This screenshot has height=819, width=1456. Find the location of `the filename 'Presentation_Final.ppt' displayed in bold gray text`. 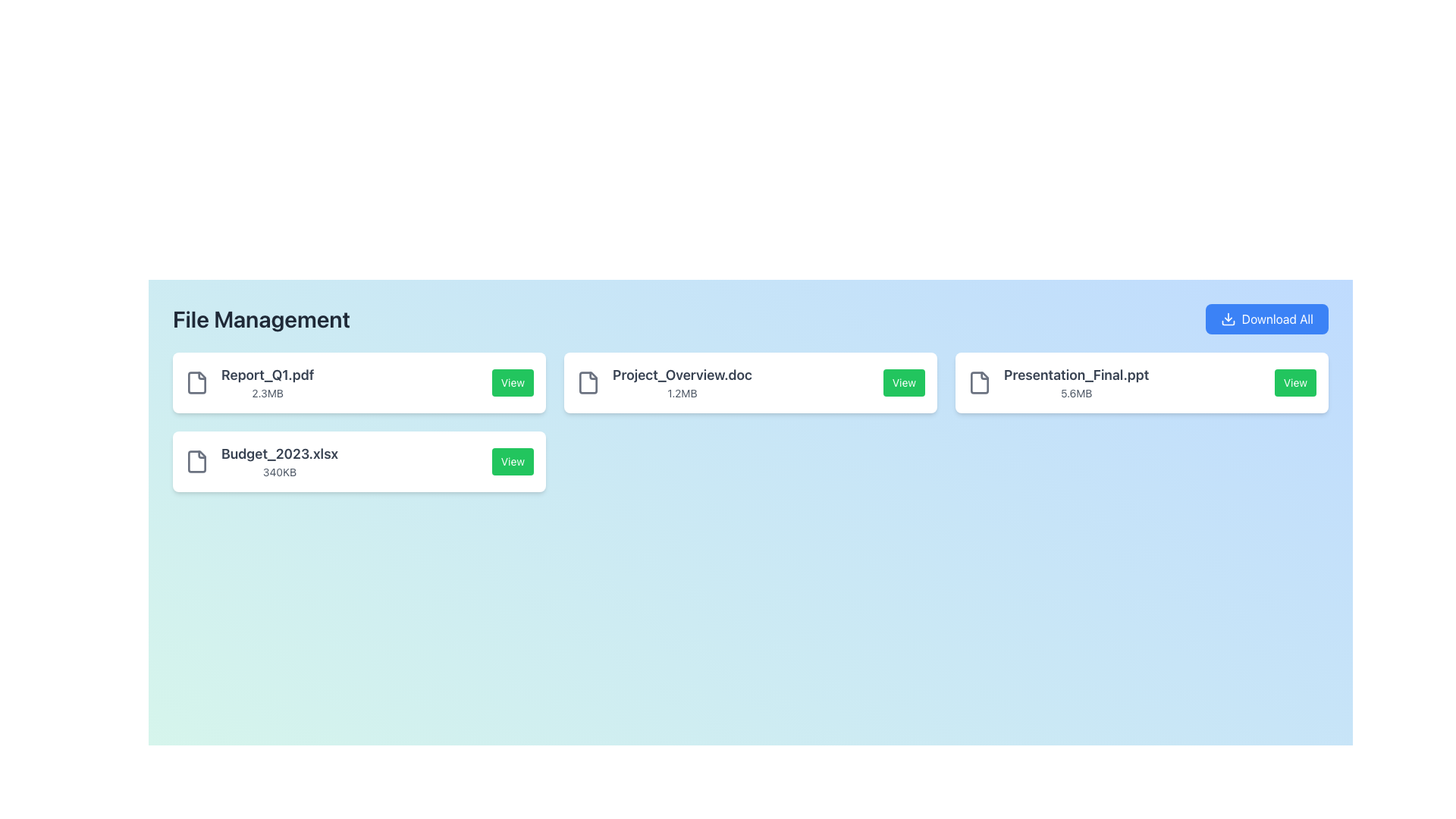

the filename 'Presentation_Final.ppt' displayed in bold gray text is located at coordinates (1057, 382).